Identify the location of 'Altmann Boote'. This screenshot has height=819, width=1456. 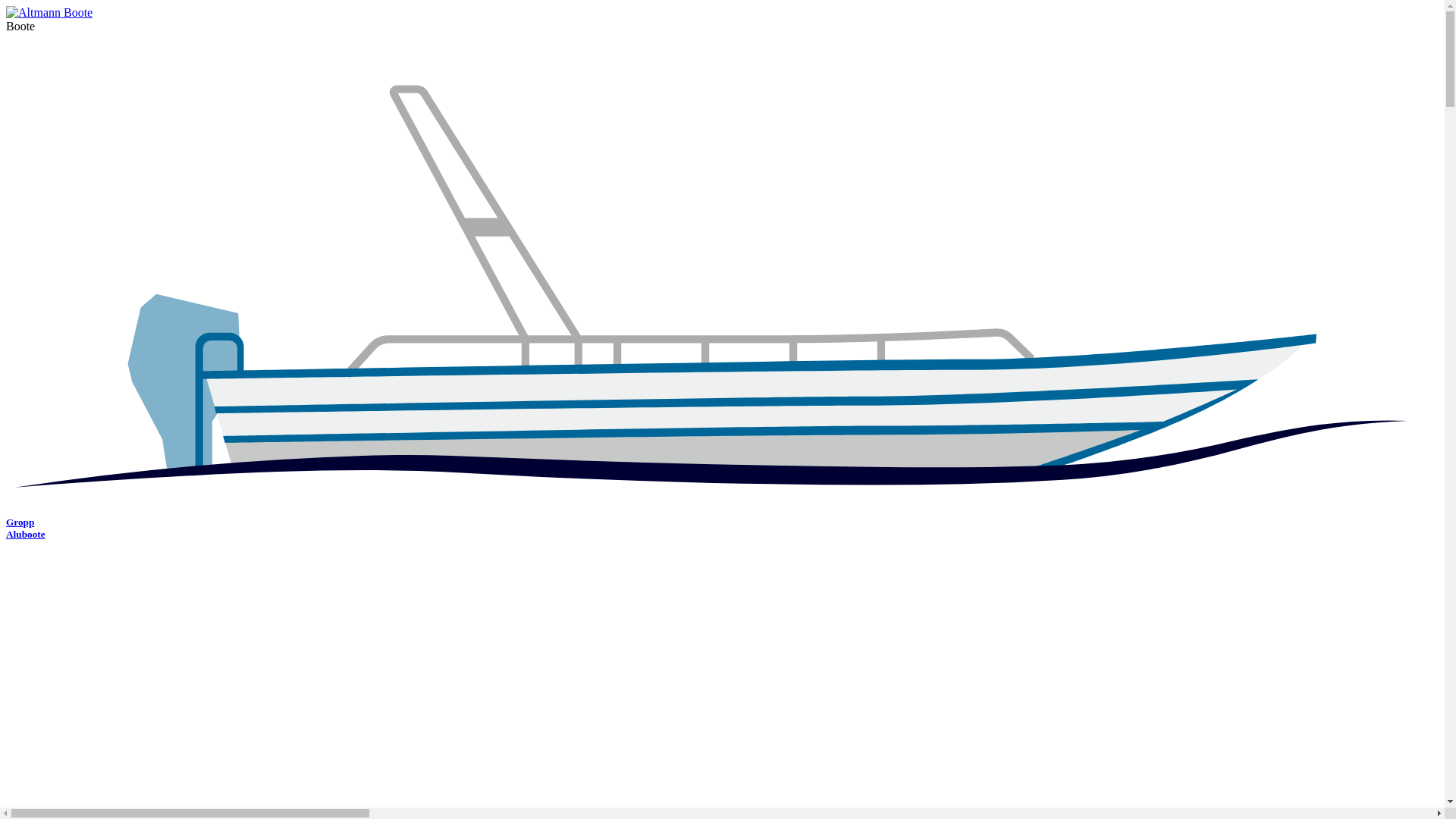
(49, 12).